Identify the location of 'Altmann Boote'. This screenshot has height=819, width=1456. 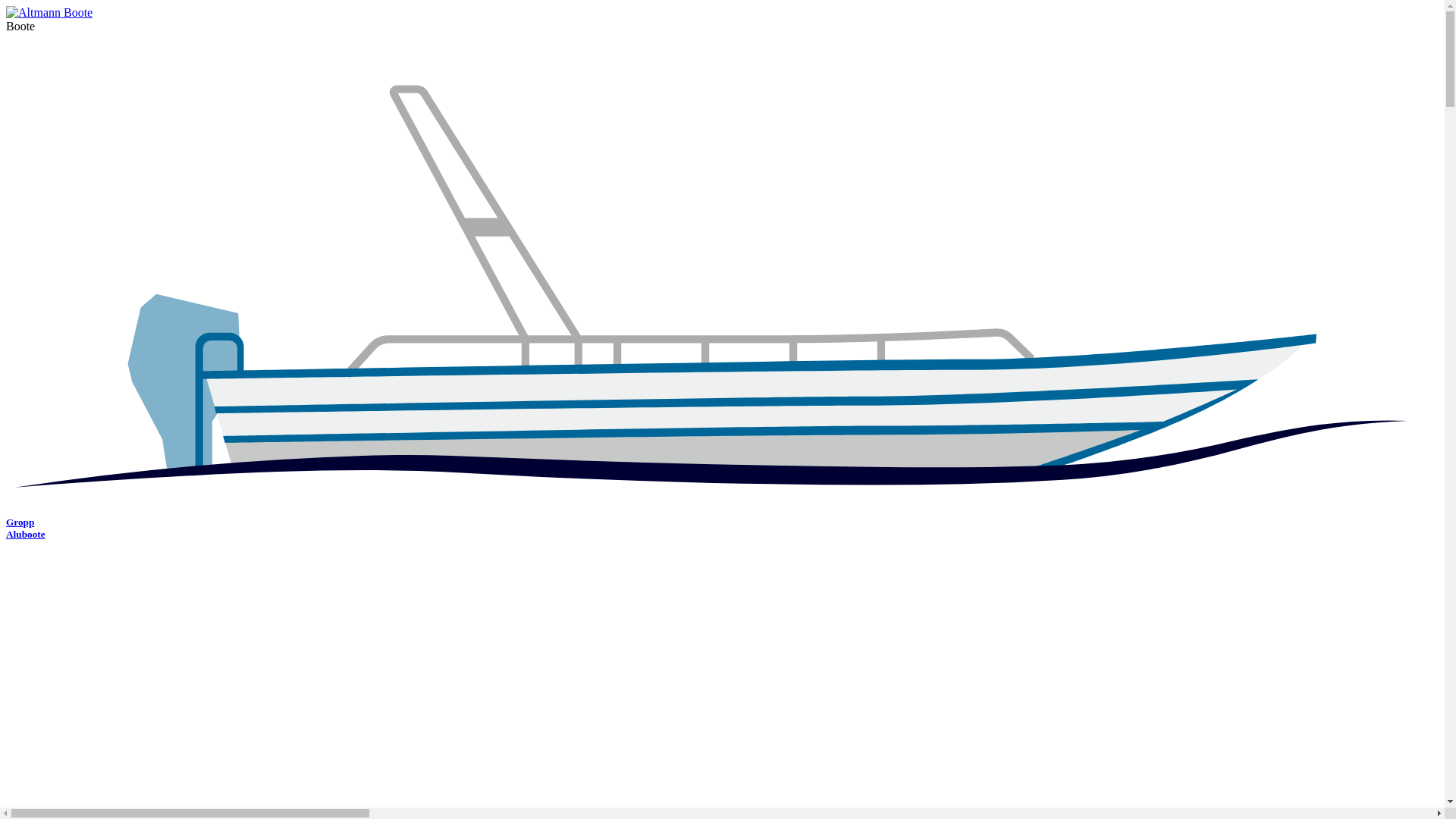
(49, 12).